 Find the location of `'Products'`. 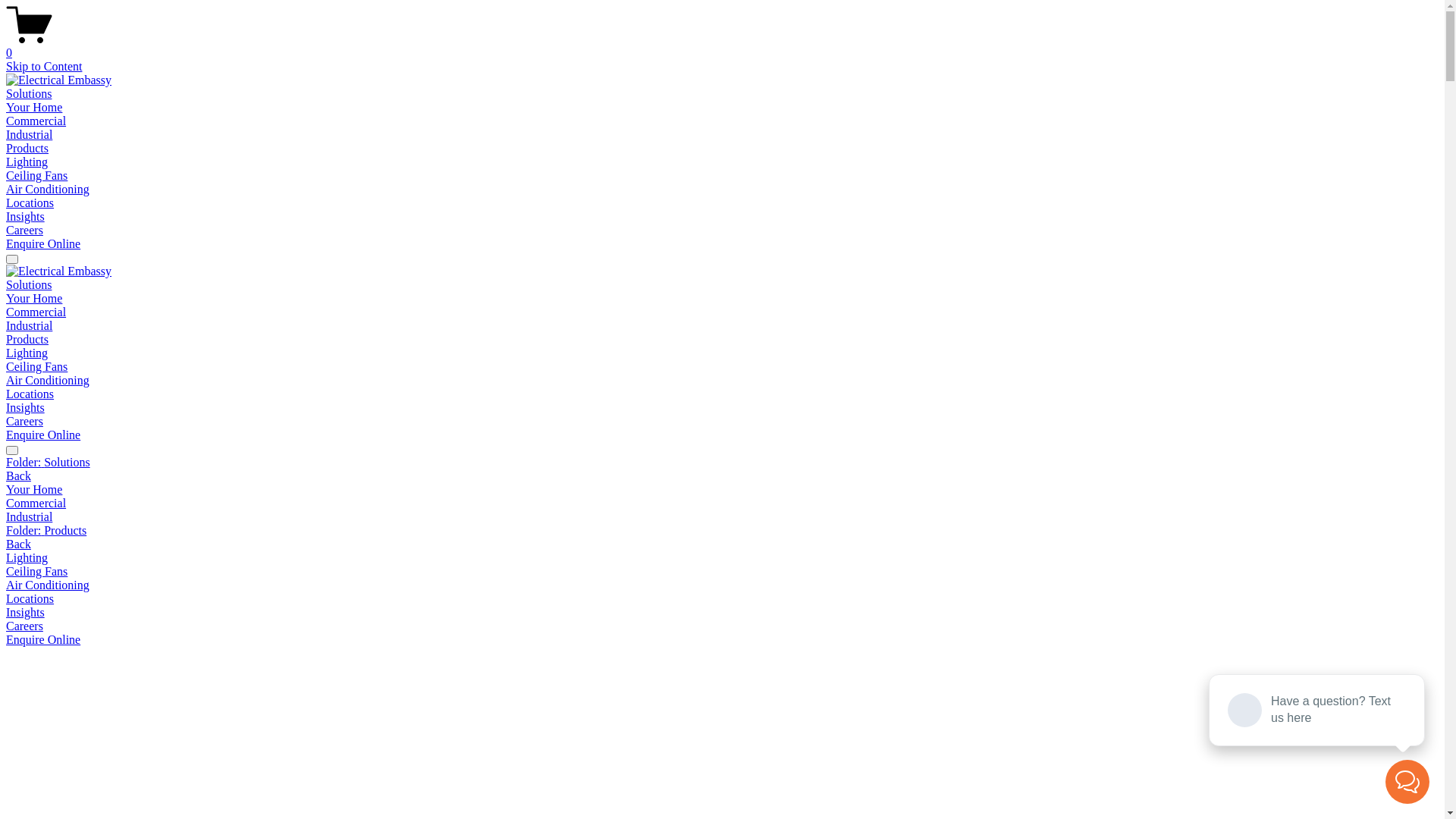

'Products' is located at coordinates (27, 148).